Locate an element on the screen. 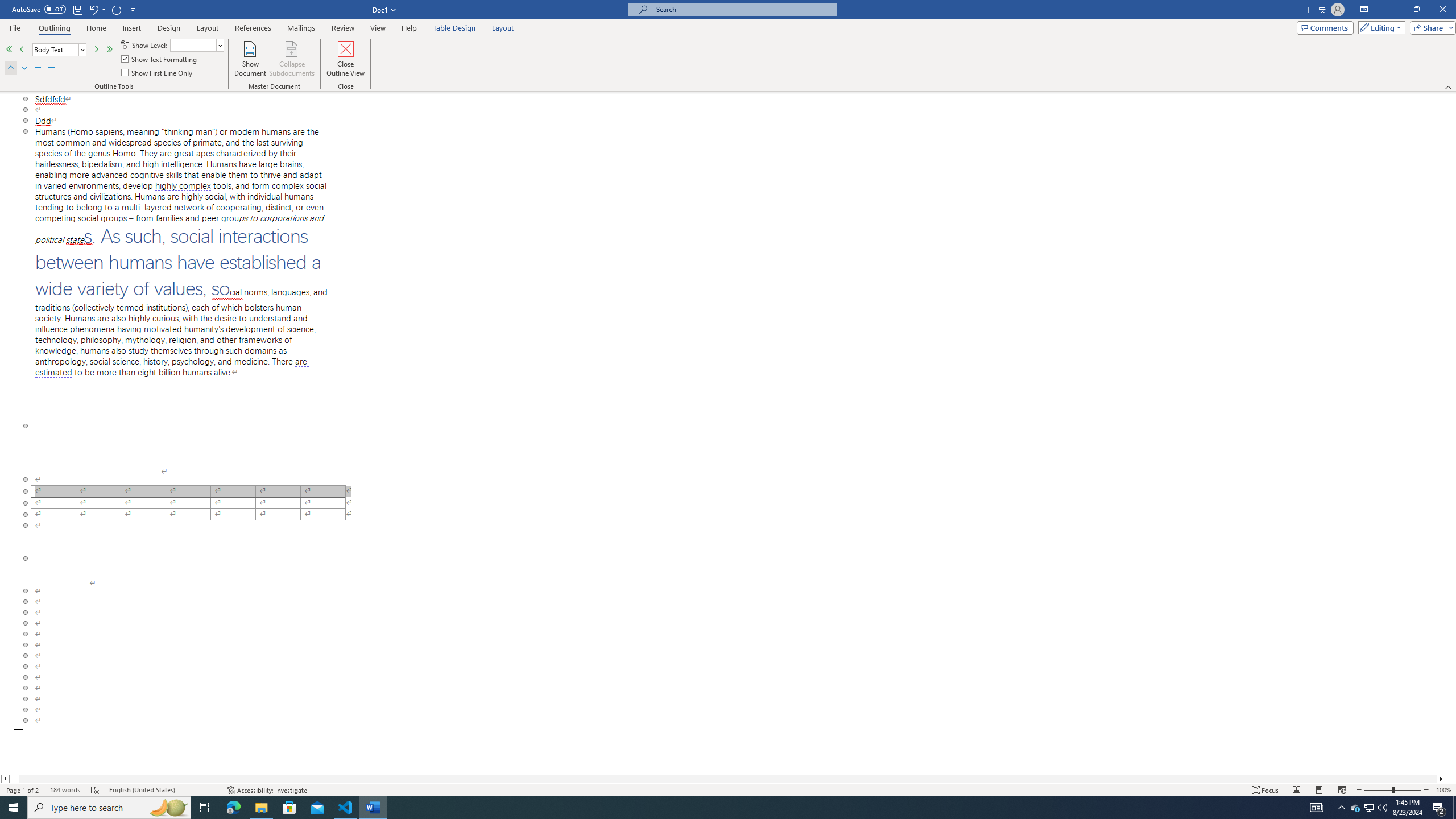 The width and height of the screenshot is (1456, 819). 'Column left' is located at coordinates (5, 778).